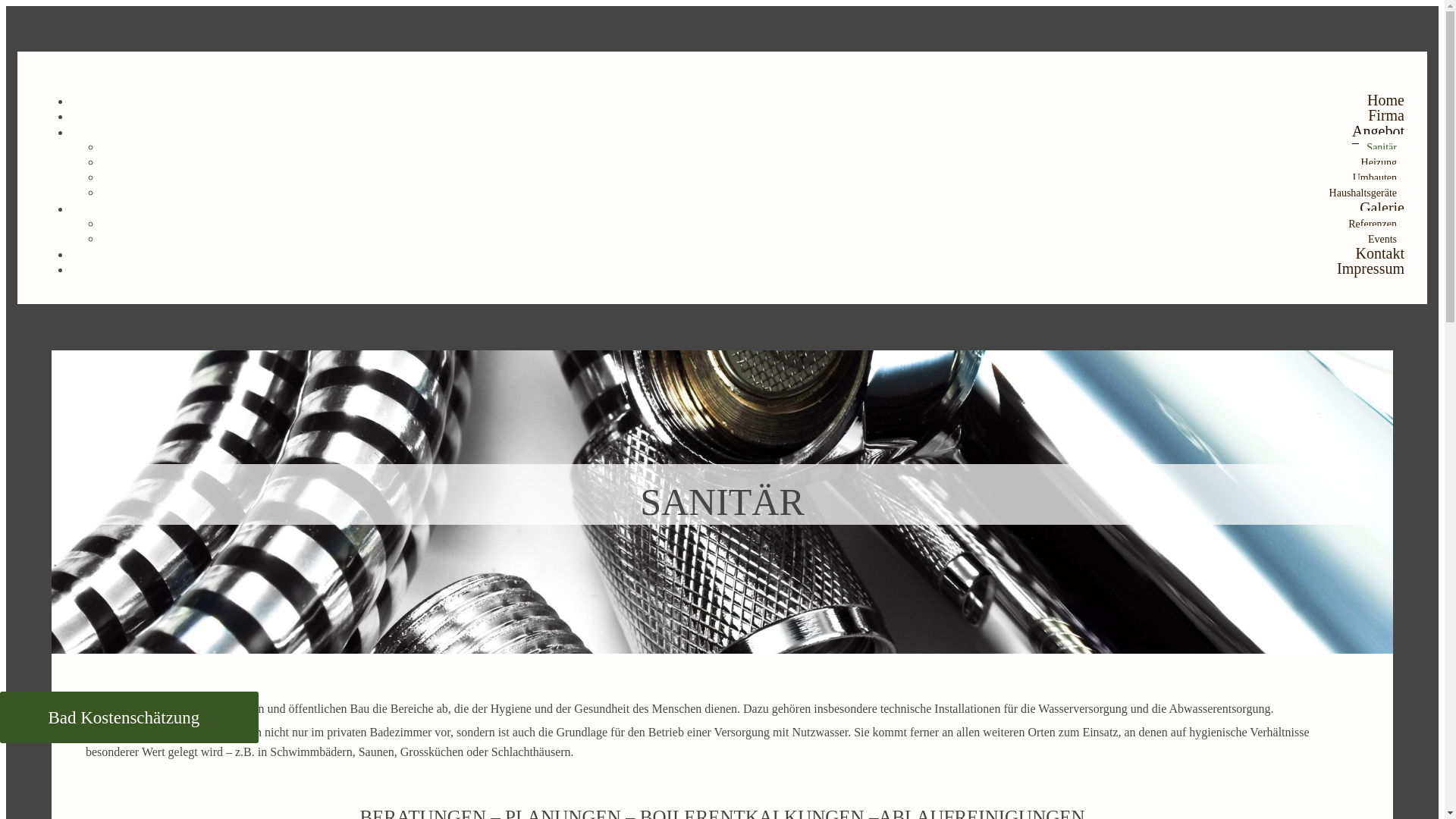  What do you see at coordinates (1379, 162) in the screenshot?
I see `'Heizung'` at bounding box center [1379, 162].